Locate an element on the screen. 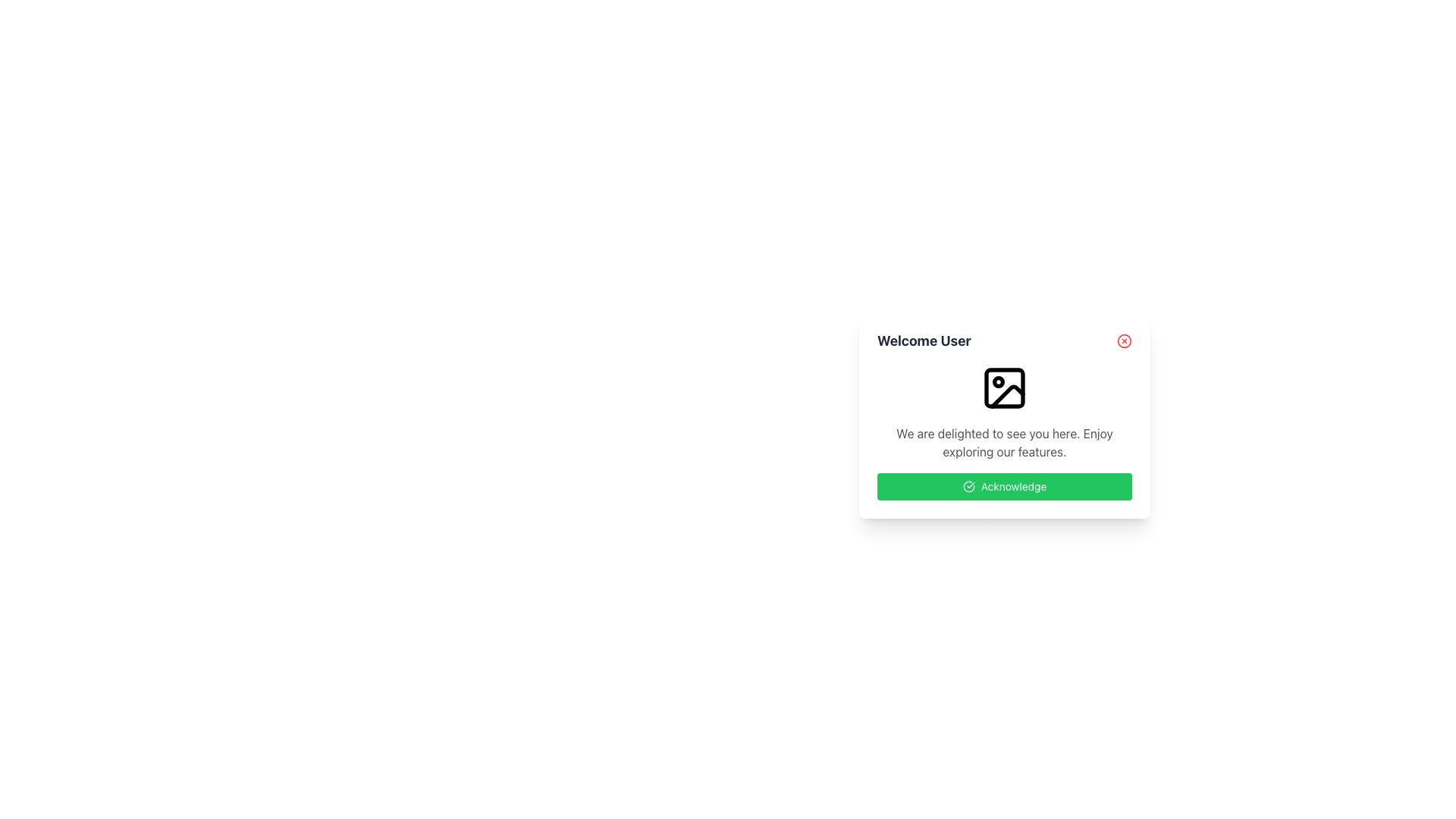  the bright green 'Acknowledge' button with a white checkmark icon is located at coordinates (1004, 485).